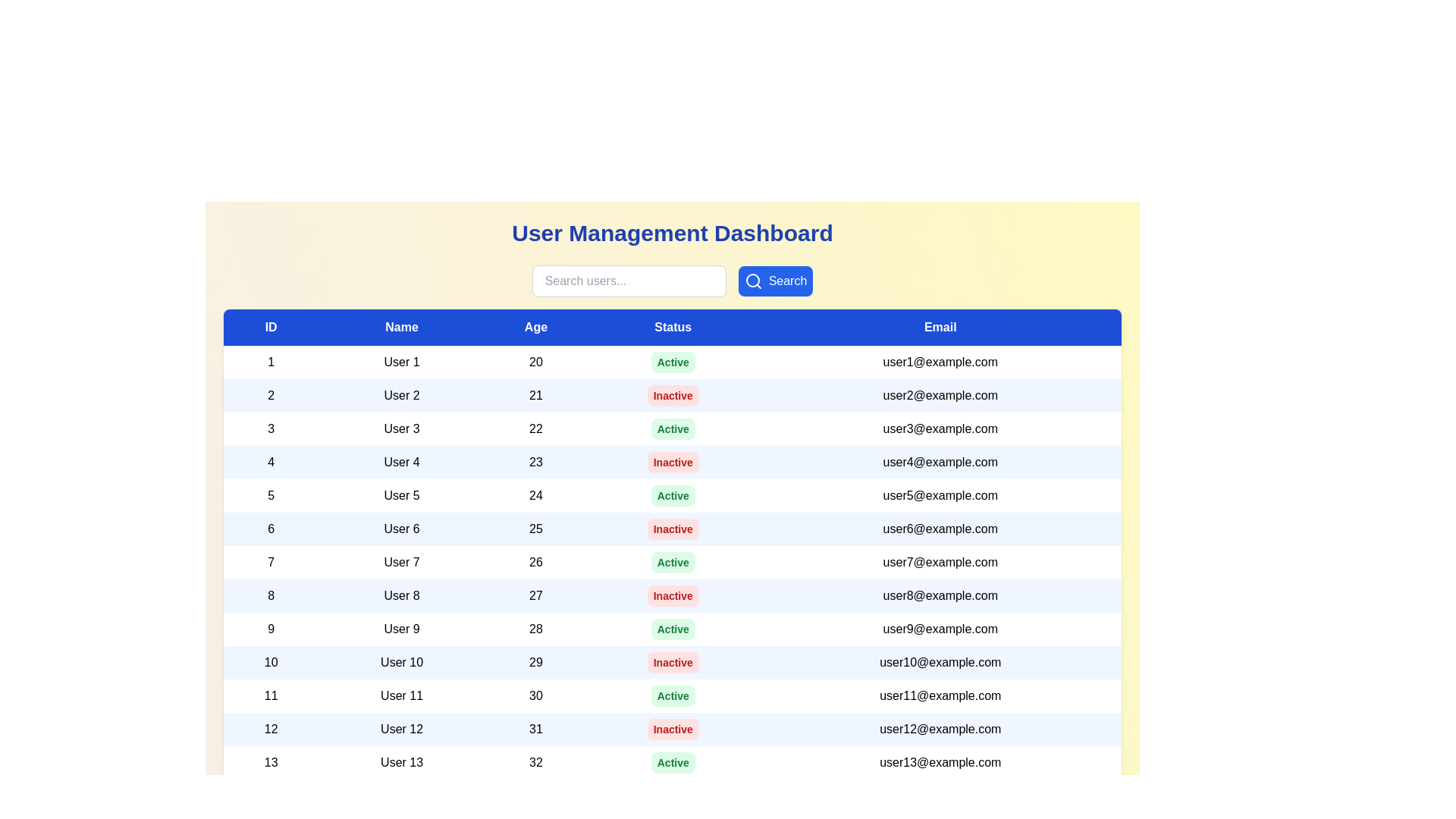 This screenshot has width=1456, height=819. What do you see at coordinates (940, 327) in the screenshot?
I see `the column header Email to sort the table by that column` at bounding box center [940, 327].